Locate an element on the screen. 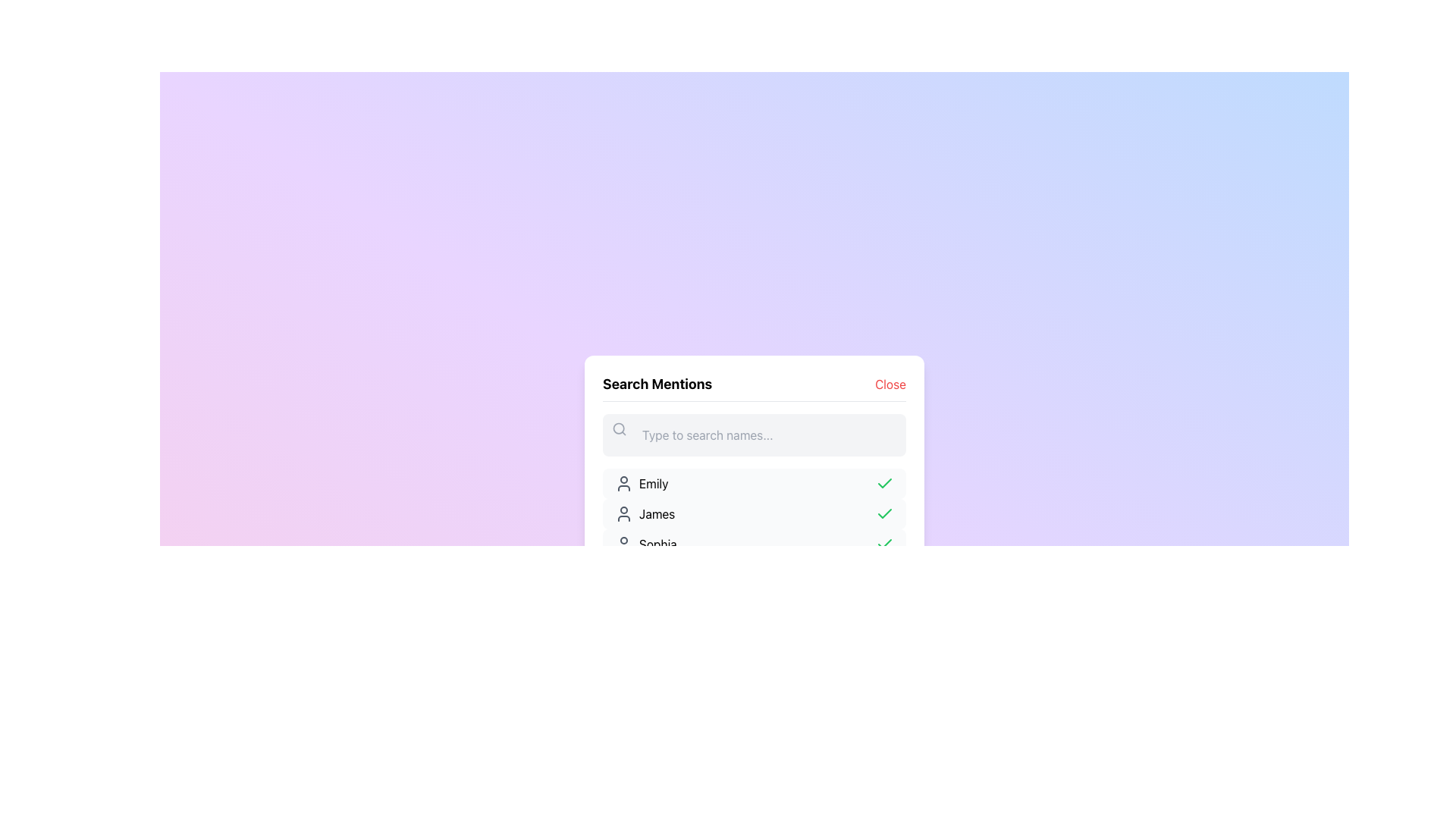 This screenshot has width=1456, height=819. the checkbox on the list item for 'Sophia' to toggle selection is located at coordinates (754, 543).